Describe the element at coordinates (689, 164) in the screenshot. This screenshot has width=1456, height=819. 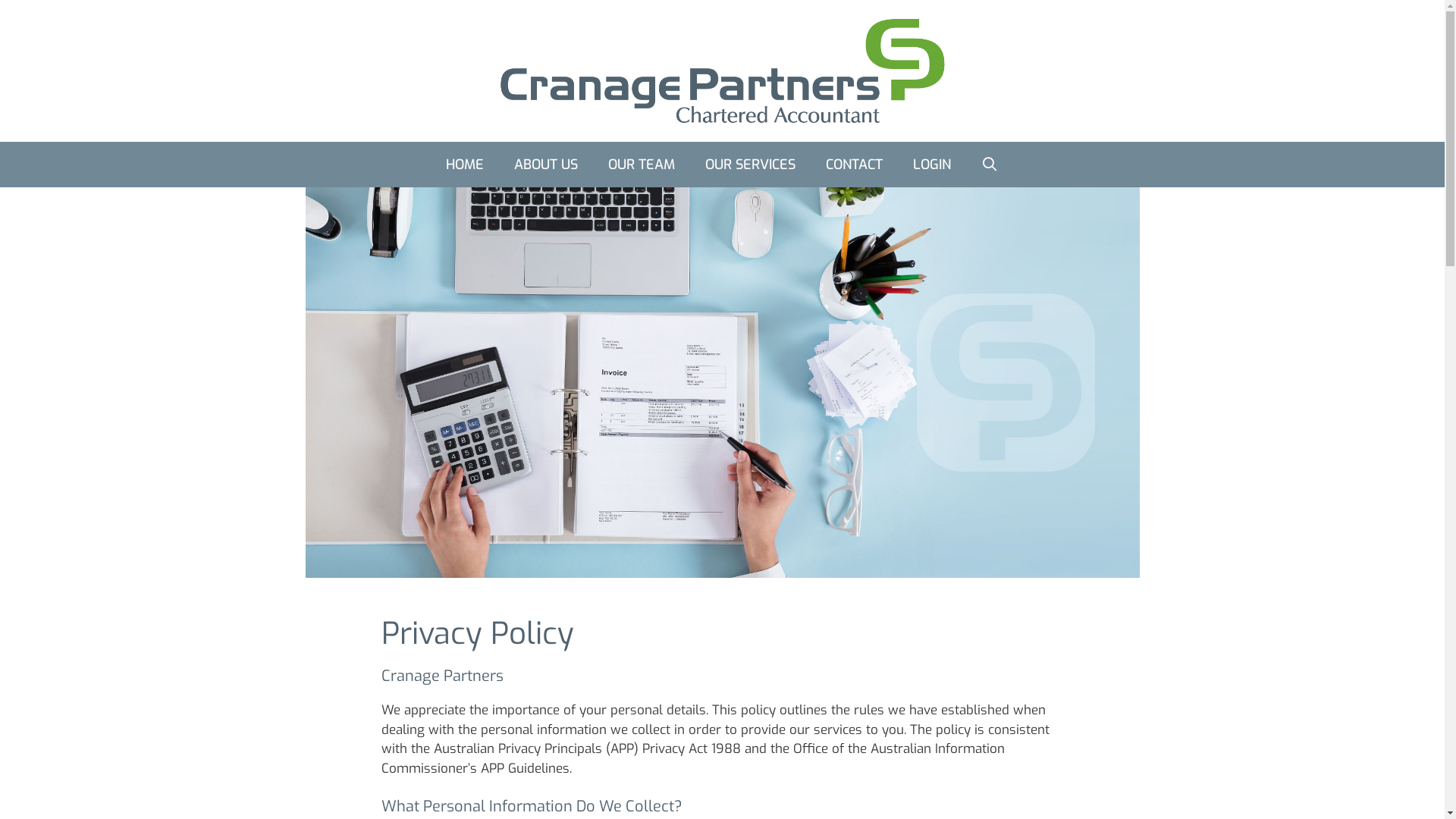
I see `'OUR SERVICES'` at that location.